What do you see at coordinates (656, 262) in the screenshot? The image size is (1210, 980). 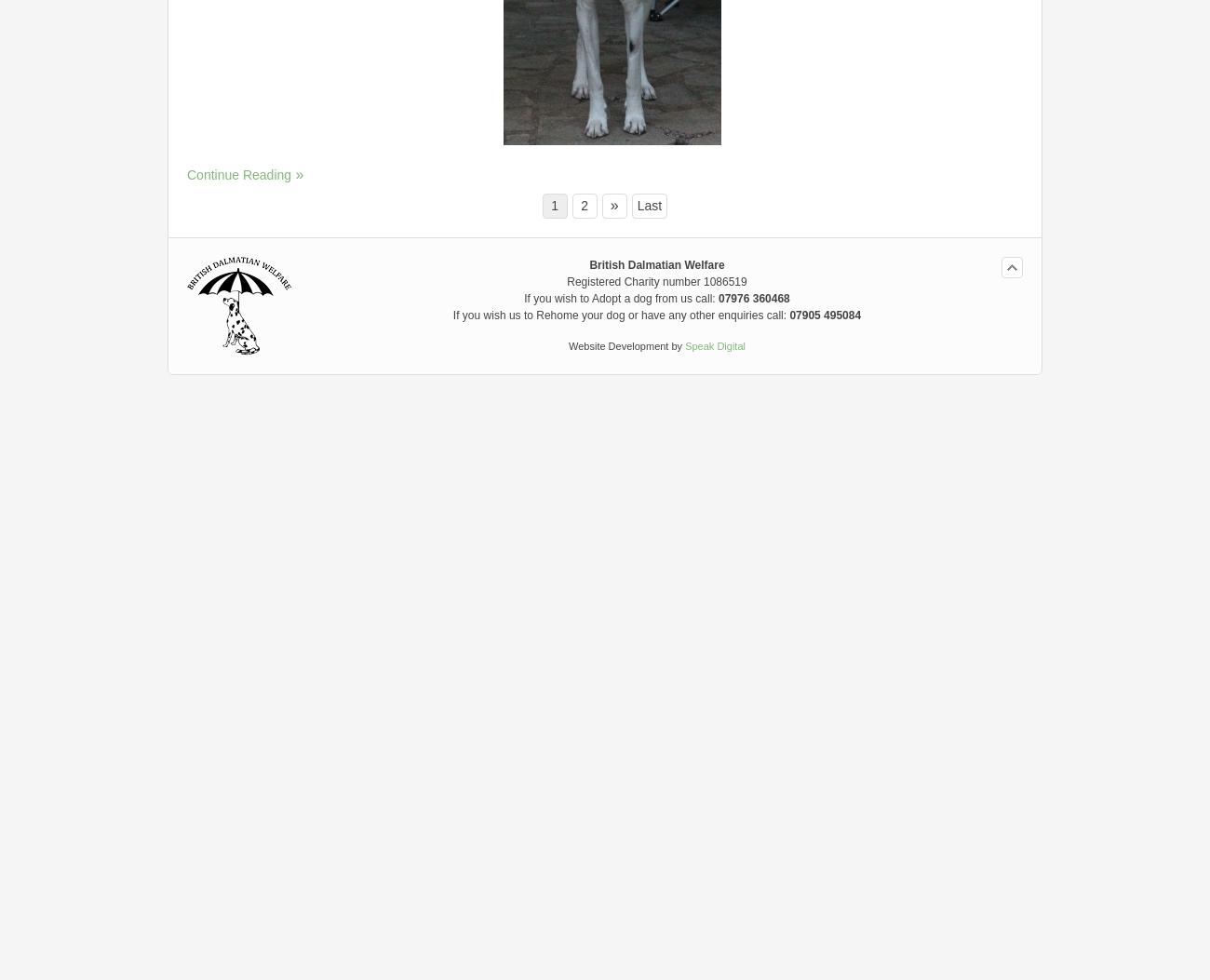 I see `'British Dalmatian Welfare'` at bounding box center [656, 262].